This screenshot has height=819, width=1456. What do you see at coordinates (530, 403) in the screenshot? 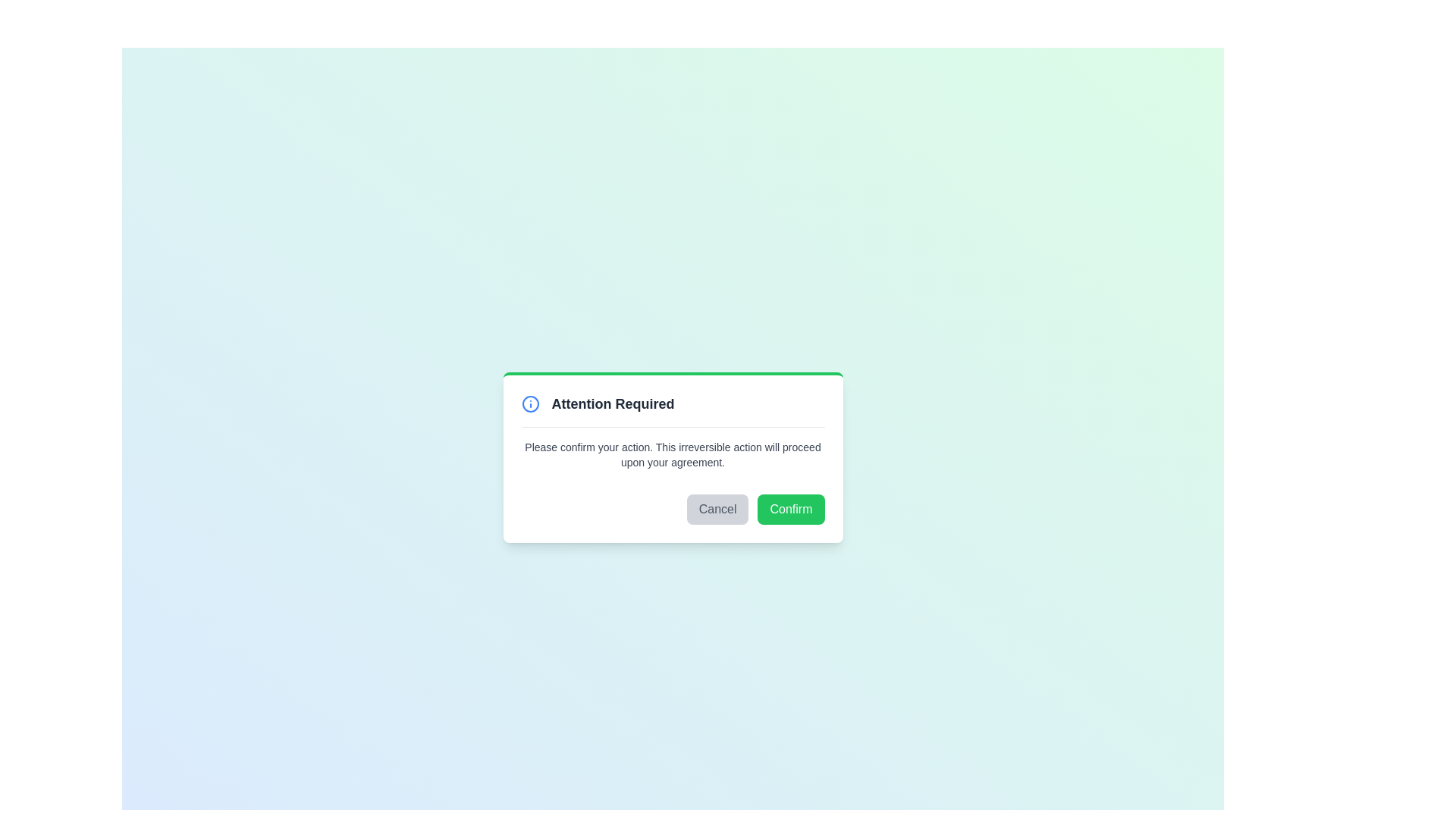
I see `the circular icon with a blue border and central dot located at the top-left corner of the attention banner, preceding the header text 'Attention Required'` at bounding box center [530, 403].